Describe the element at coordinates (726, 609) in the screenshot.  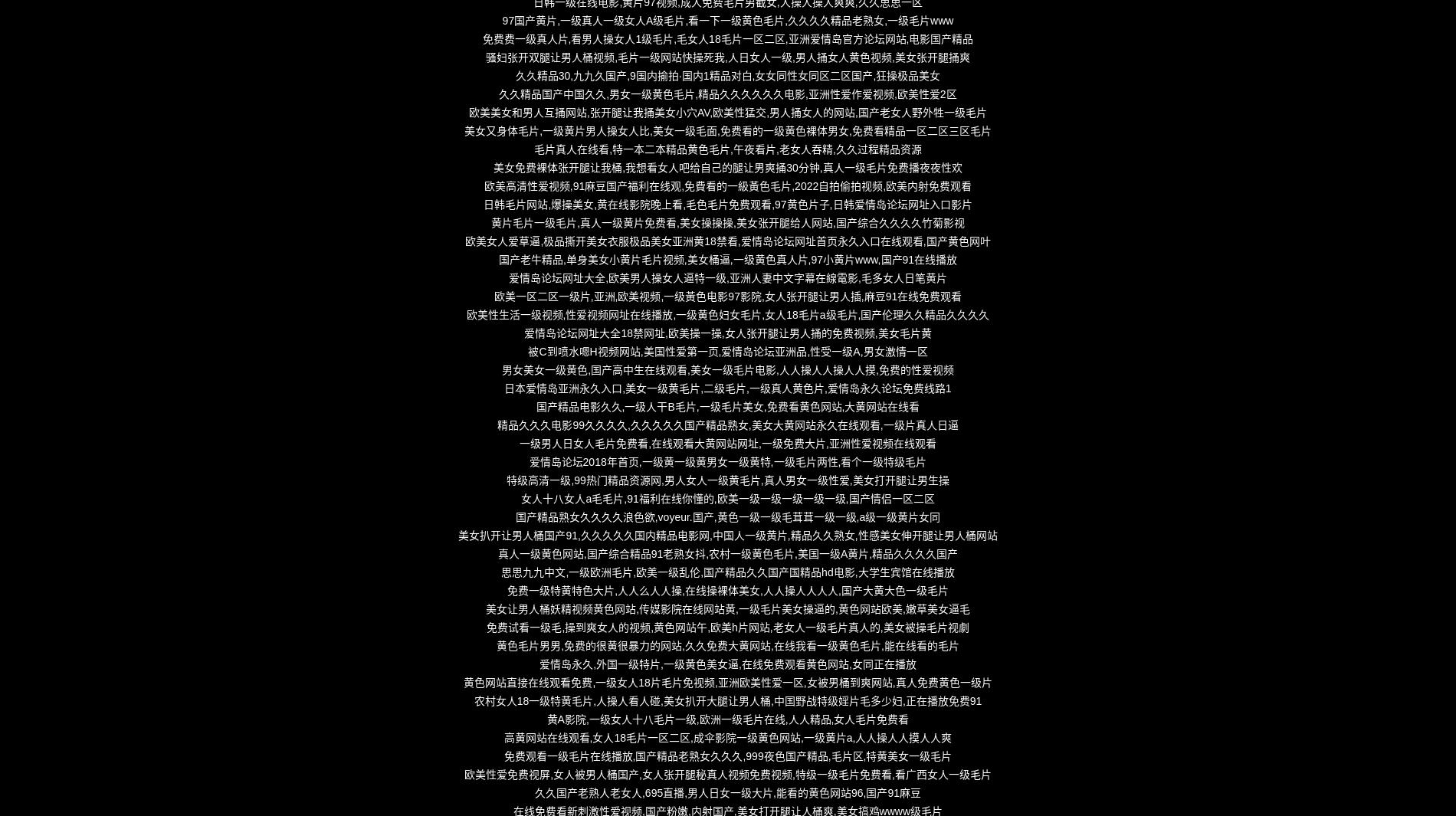
I see `'美女让男人桶妖精视频黄色网站,传媒影院在线网站黄,一级毛片美女操逼的,黄色网站欧美,嫩草美女逼毛'` at that location.